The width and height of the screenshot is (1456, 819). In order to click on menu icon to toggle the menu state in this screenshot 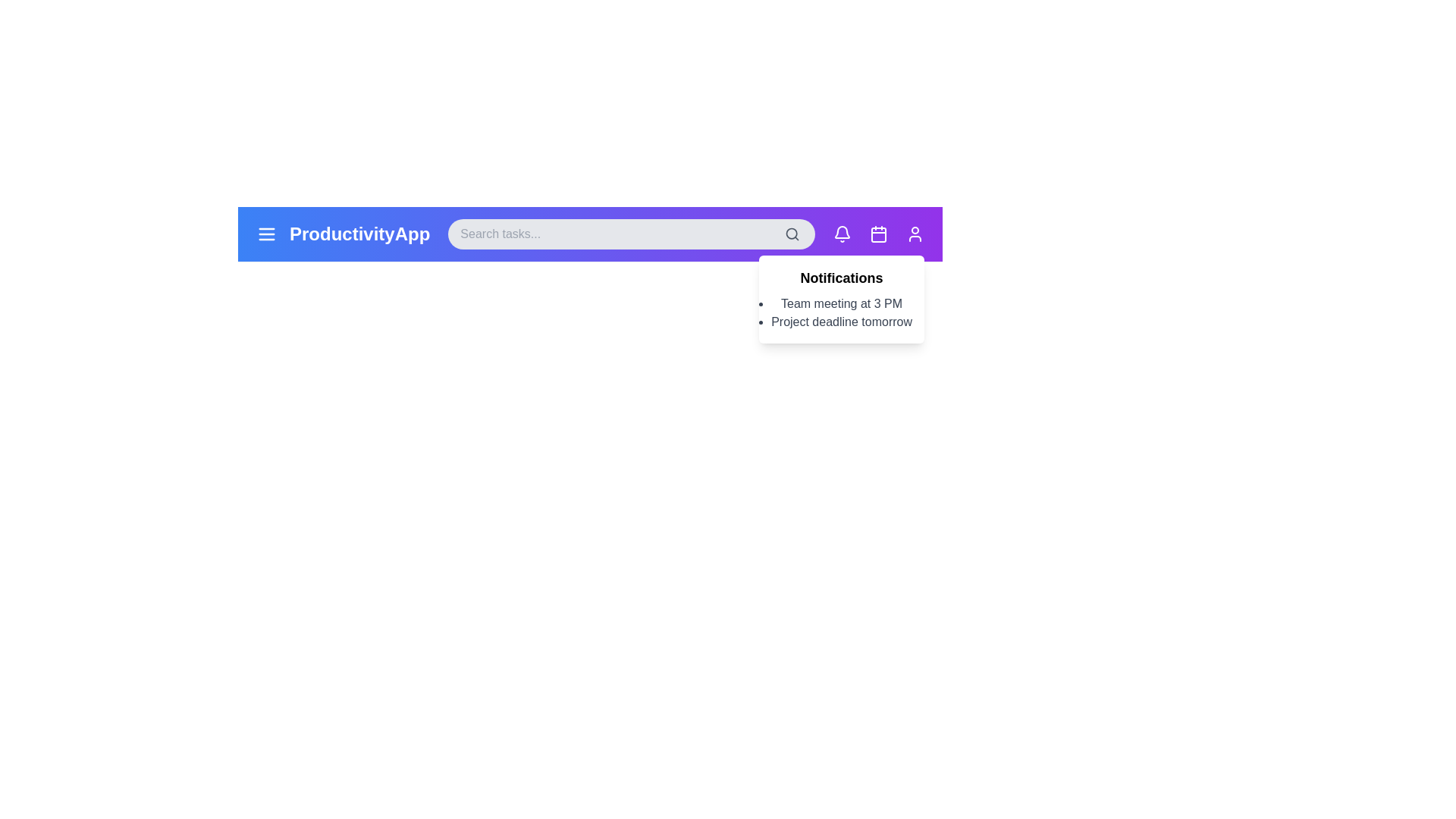, I will do `click(266, 234)`.